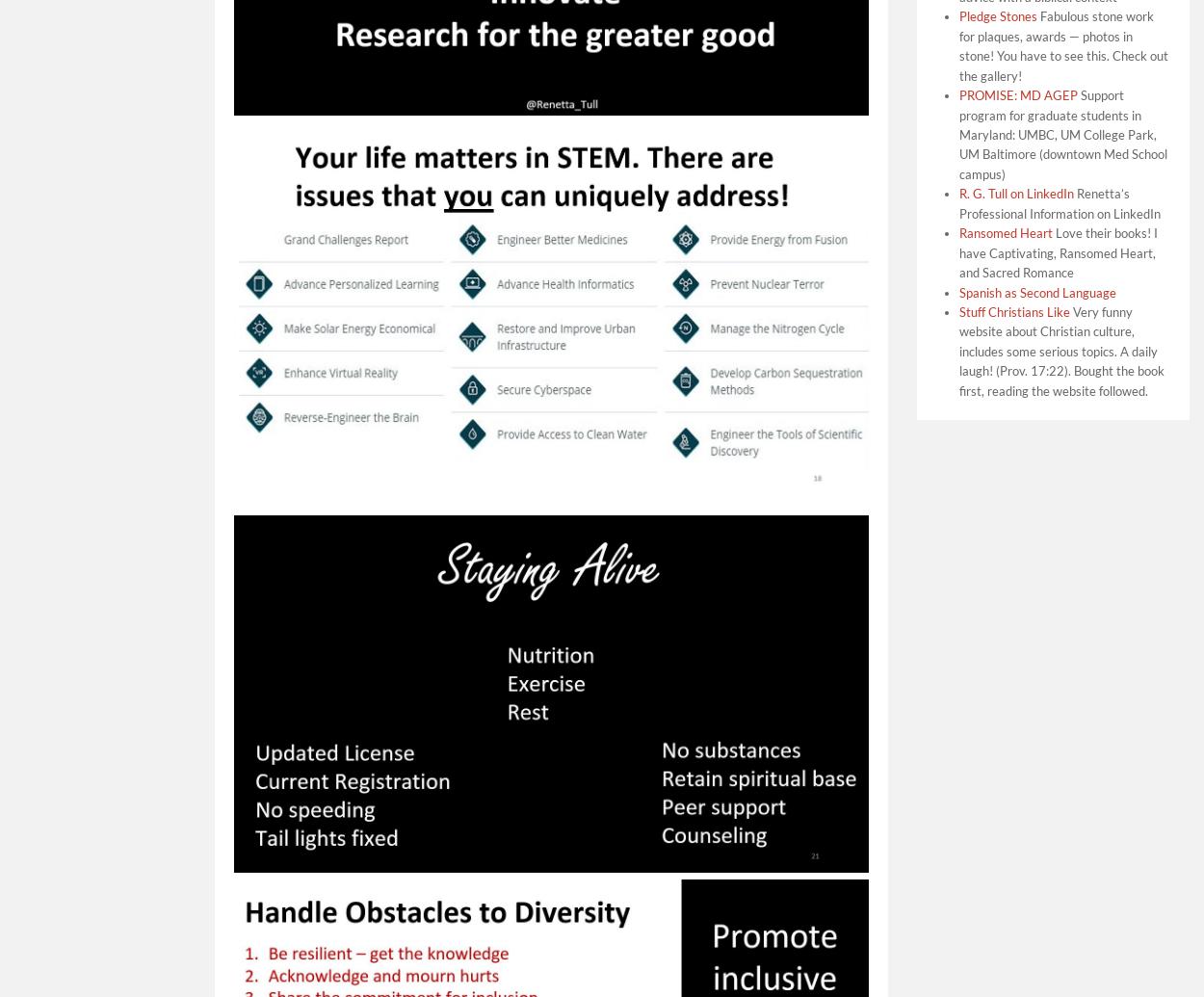 The image size is (1204, 997). What do you see at coordinates (1058, 252) in the screenshot?
I see `'Love their books! I have Captivating, Ransomed Heart, and Sacred Romance'` at bounding box center [1058, 252].